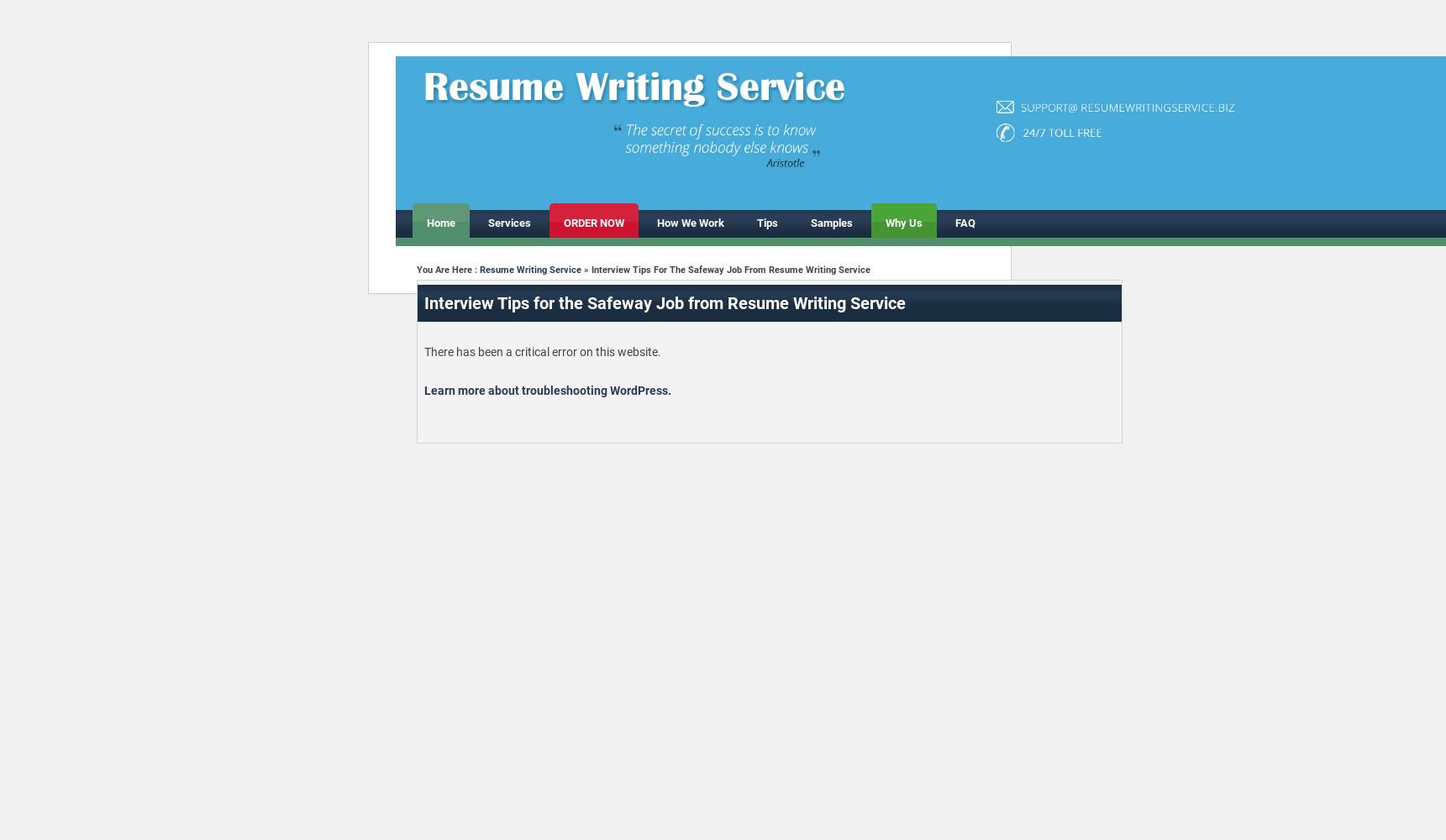 This screenshot has width=1446, height=840. I want to click on 'FAQ', so click(965, 223).